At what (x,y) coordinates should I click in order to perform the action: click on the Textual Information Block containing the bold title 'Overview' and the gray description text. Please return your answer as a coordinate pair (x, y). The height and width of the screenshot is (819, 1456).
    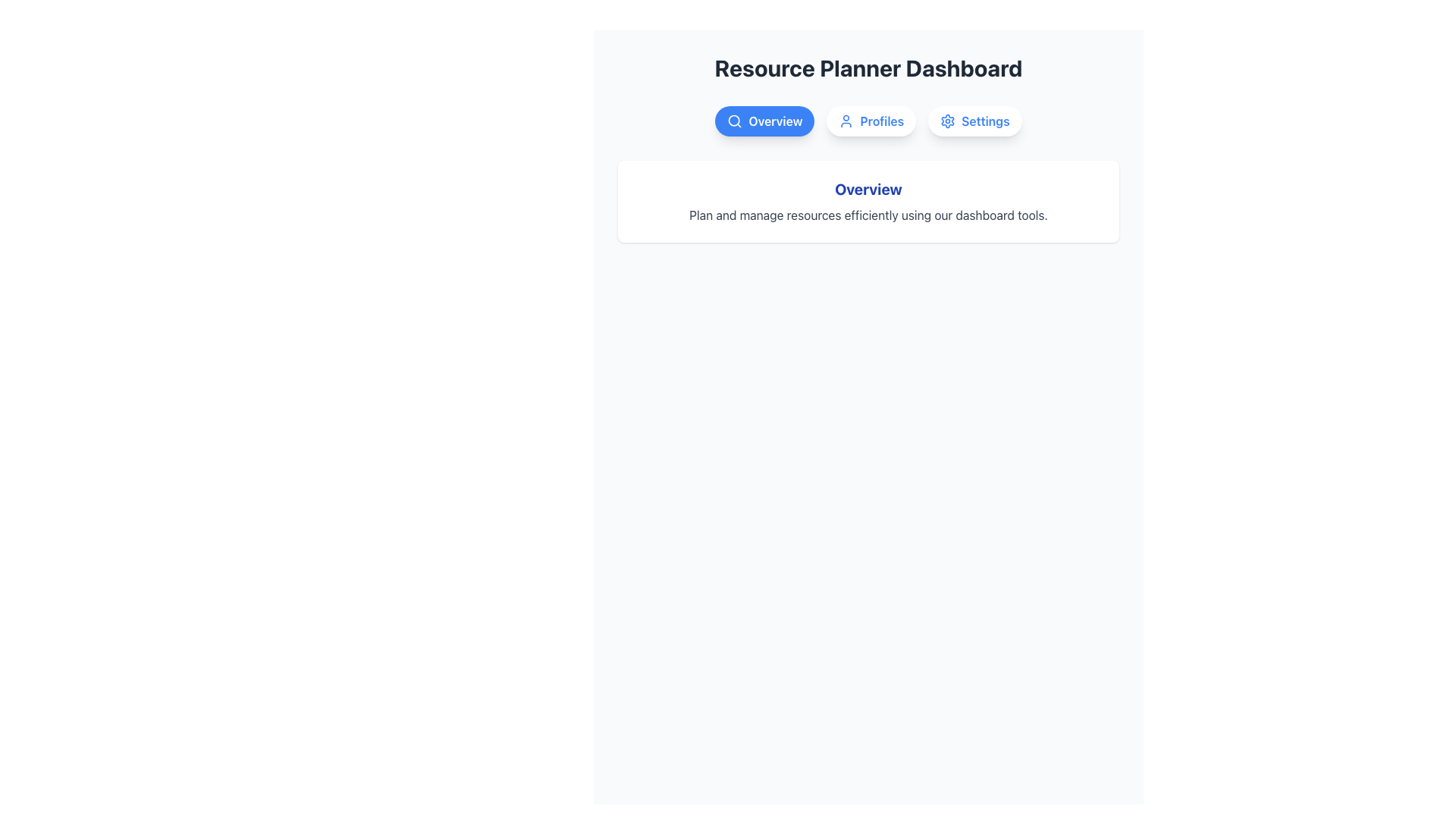
    Looking at the image, I should click on (868, 201).